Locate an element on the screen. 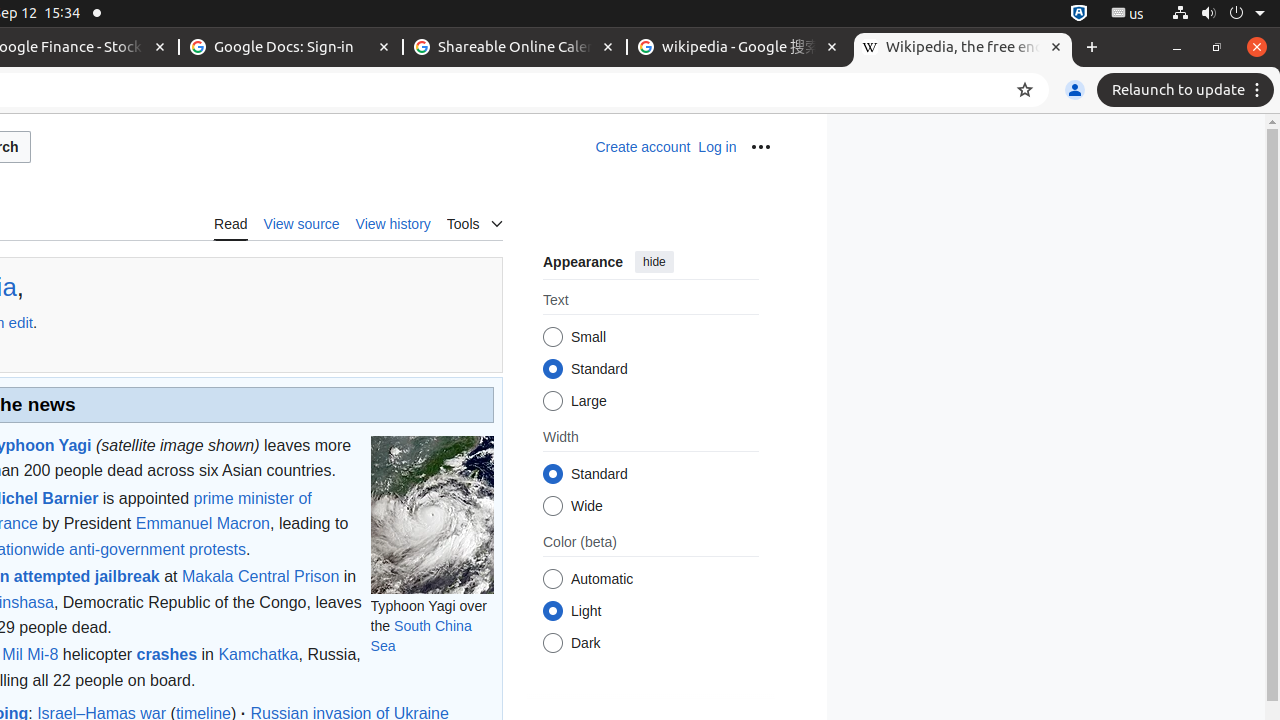 This screenshot has width=1280, height=720. 'Tools' is located at coordinates (473, 221).